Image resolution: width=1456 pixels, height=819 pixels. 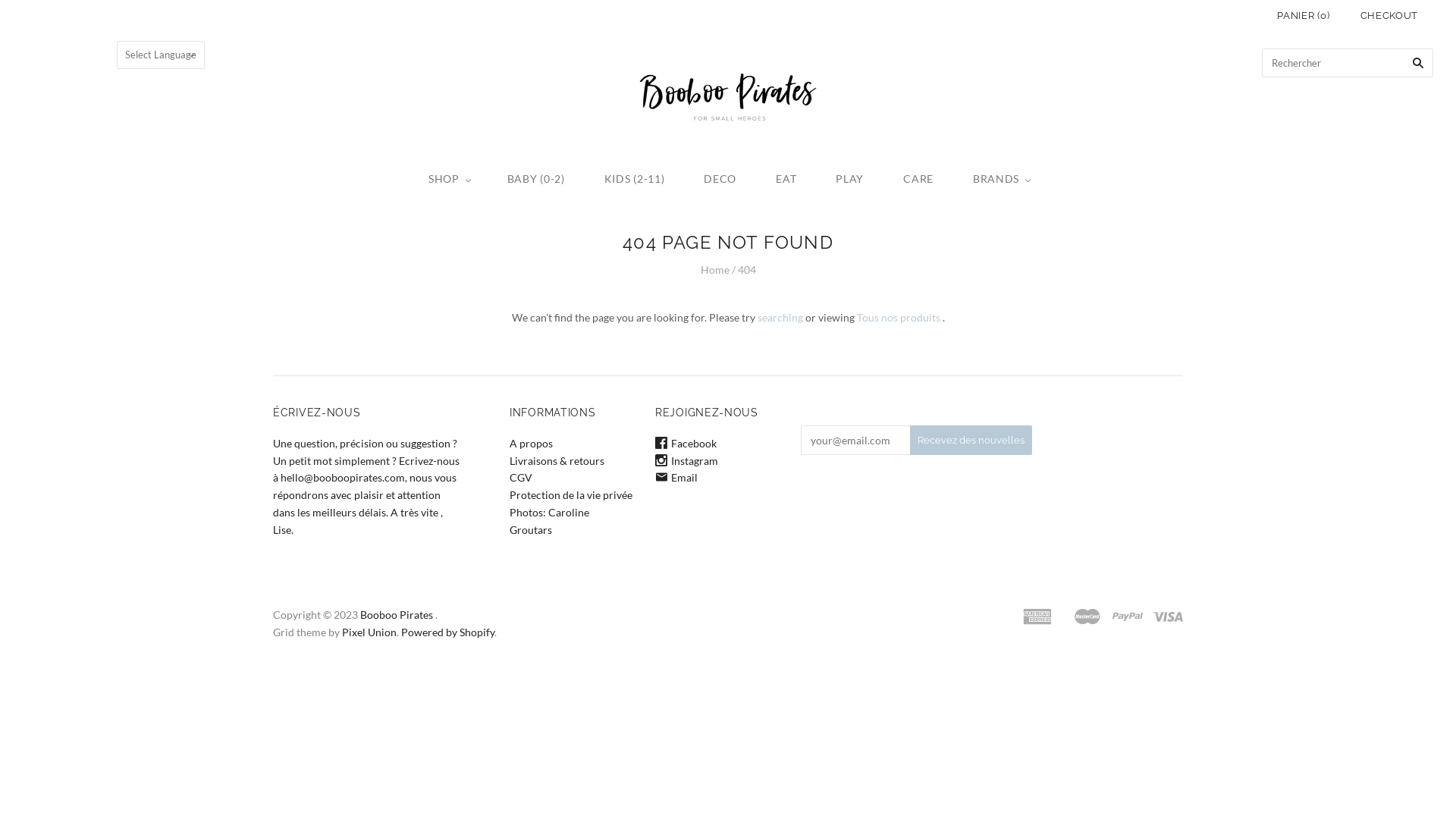 What do you see at coordinates (676, 476) in the screenshot?
I see `'Email'` at bounding box center [676, 476].